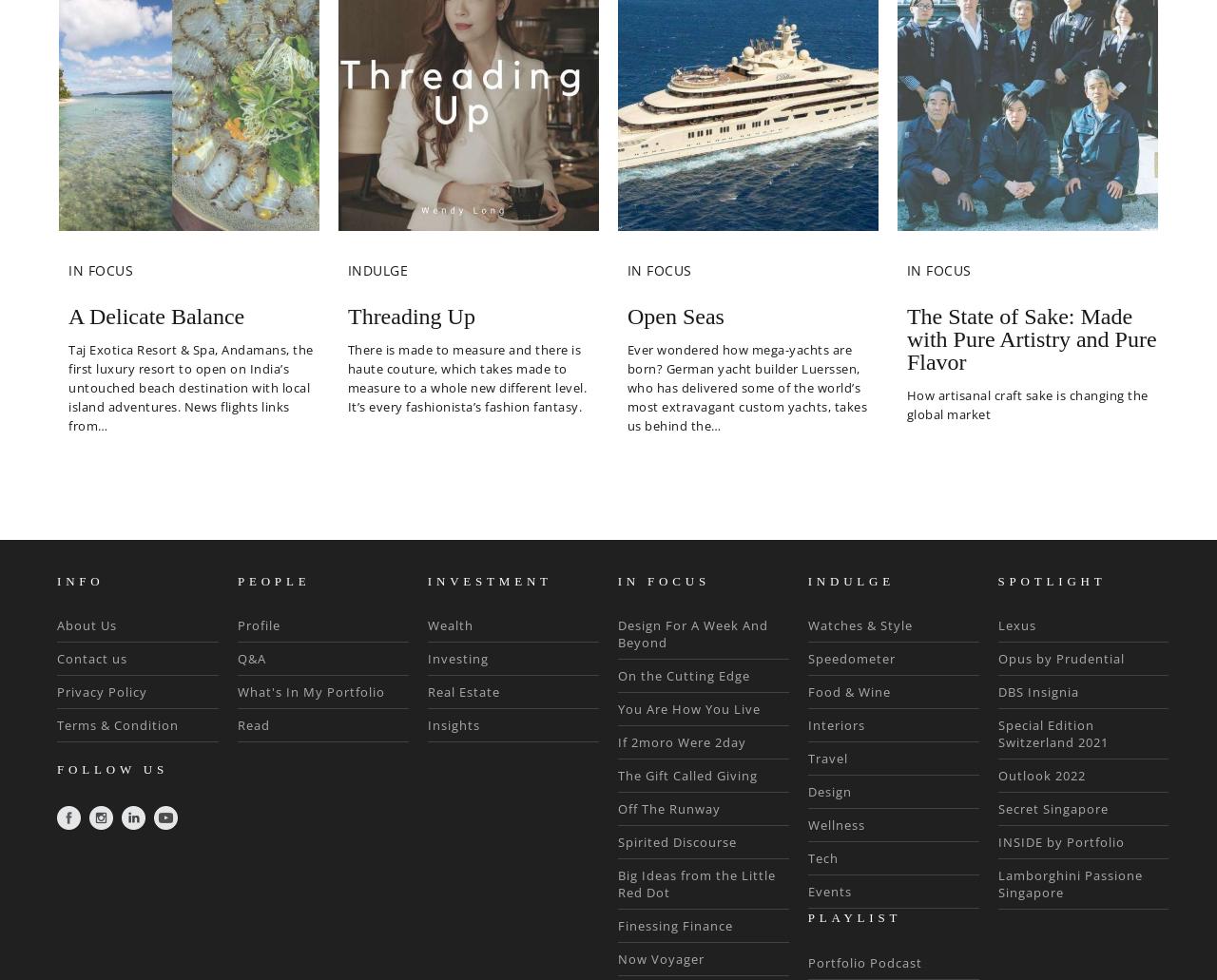 Image resolution: width=1217 pixels, height=980 pixels. Describe the element at coordinates (272, 579) in the screenshot. I see `'PEOPLE'` at that location.